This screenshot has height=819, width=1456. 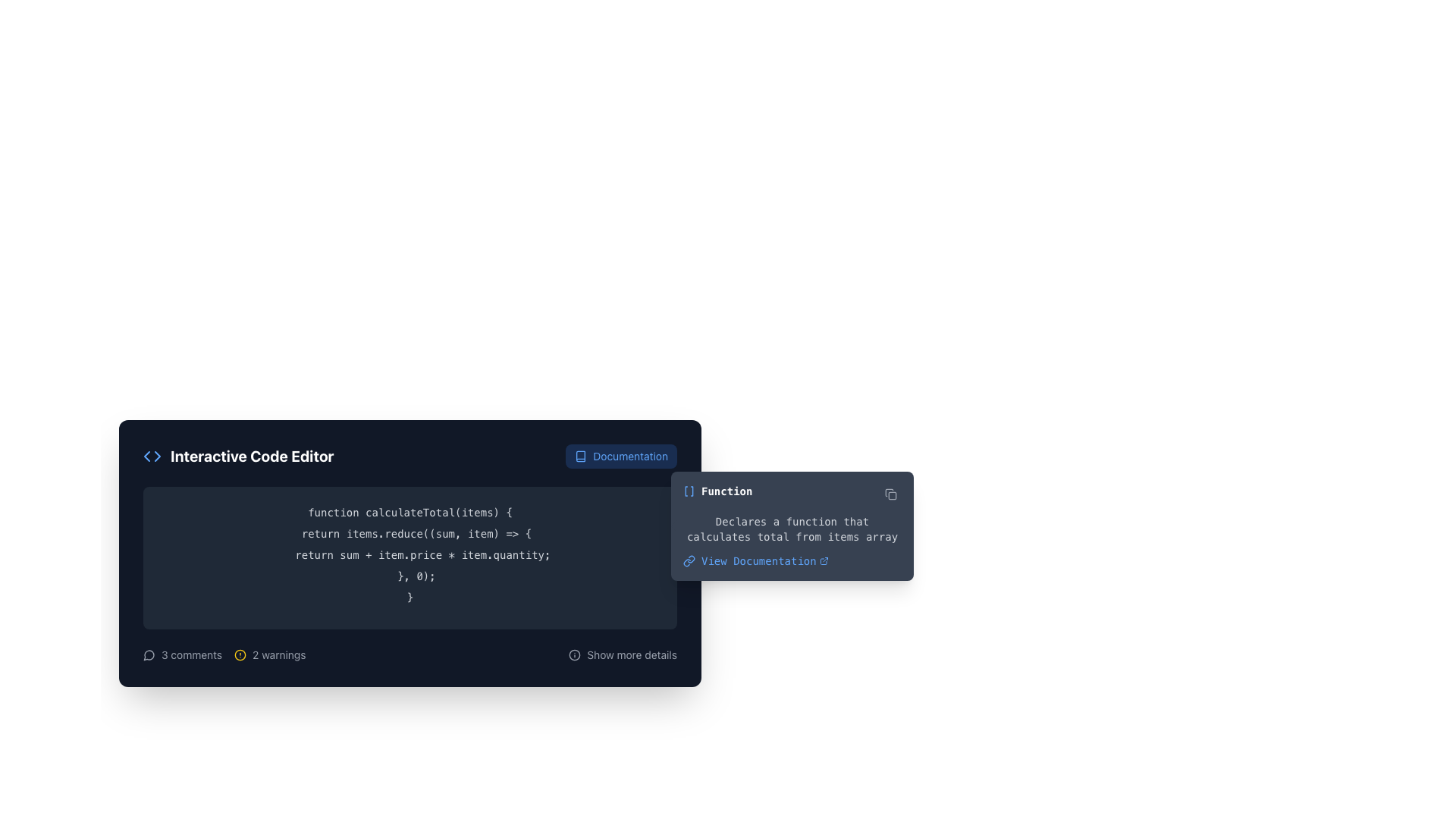 What do you see at coordinates (580, 455) in the screenshot?
I see `the 'Documentation' button which contains a documentation icon on its left side` at bounding box center [580, 455].